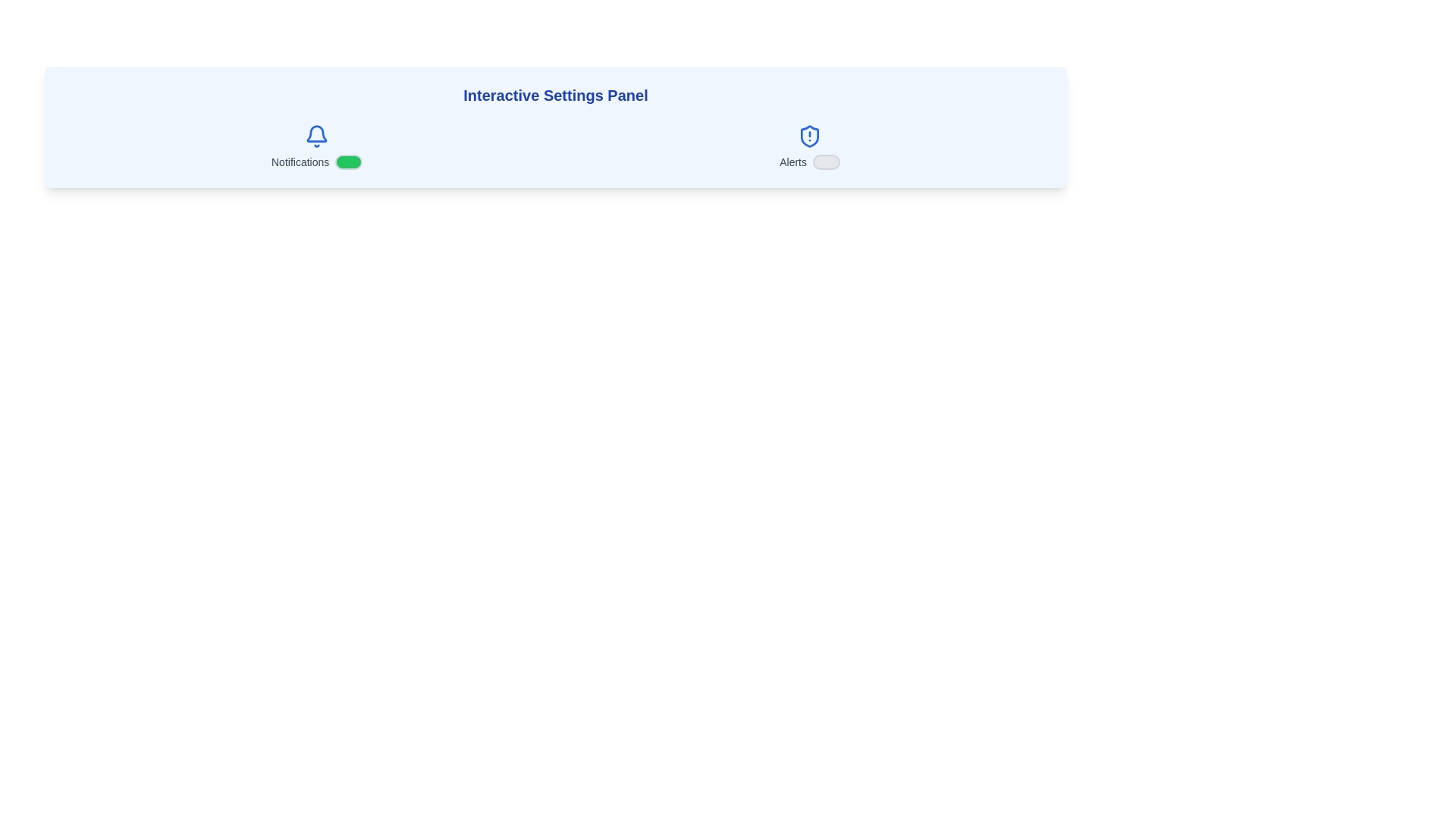 Image resolution: width=1456 pixels, height=819 pixels. I want to click on the 'Notifications' switch to toggle its state, so click(348, 162).